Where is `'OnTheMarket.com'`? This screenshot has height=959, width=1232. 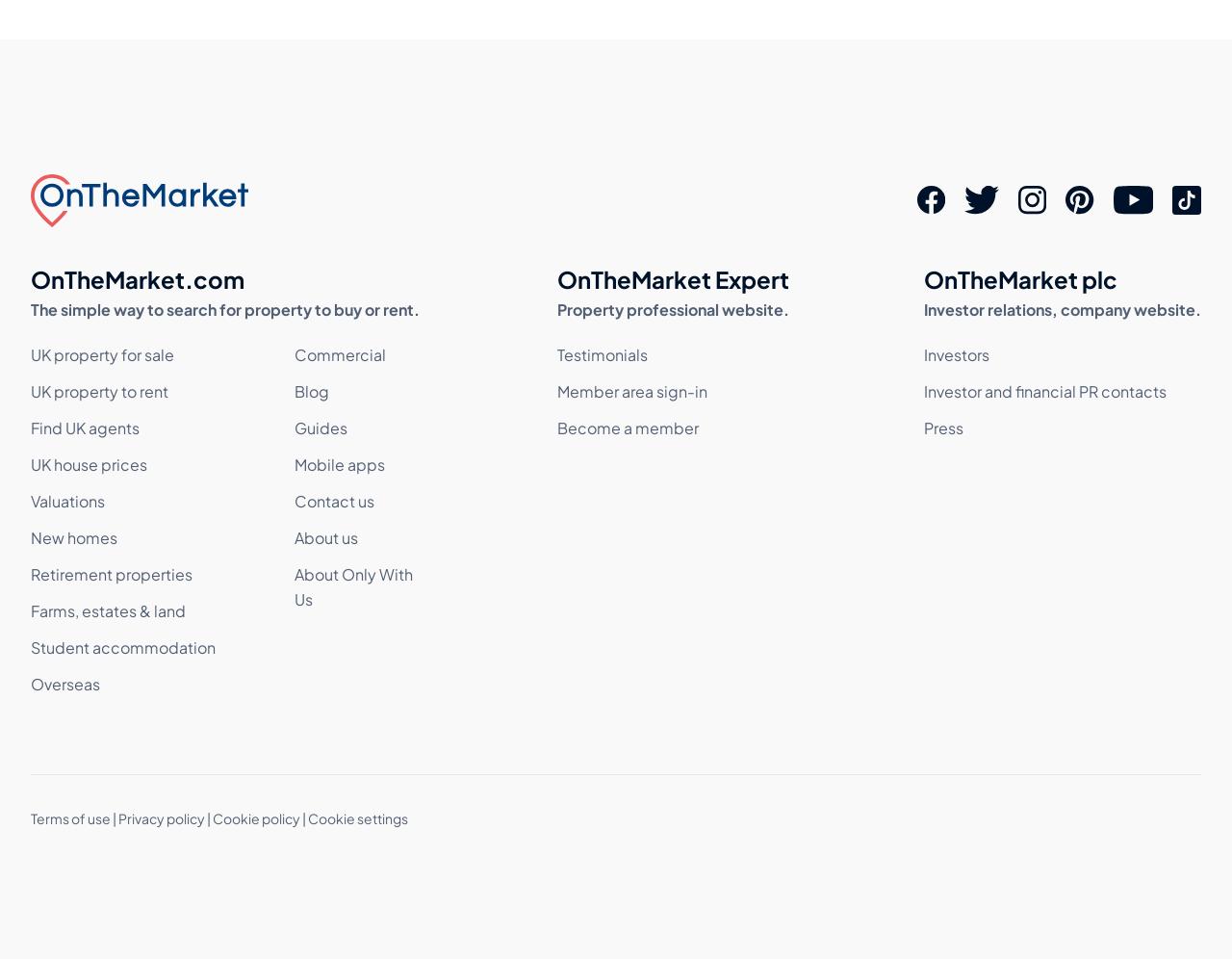
'OnTheMarket.com' is located at coordinates (136, 279).